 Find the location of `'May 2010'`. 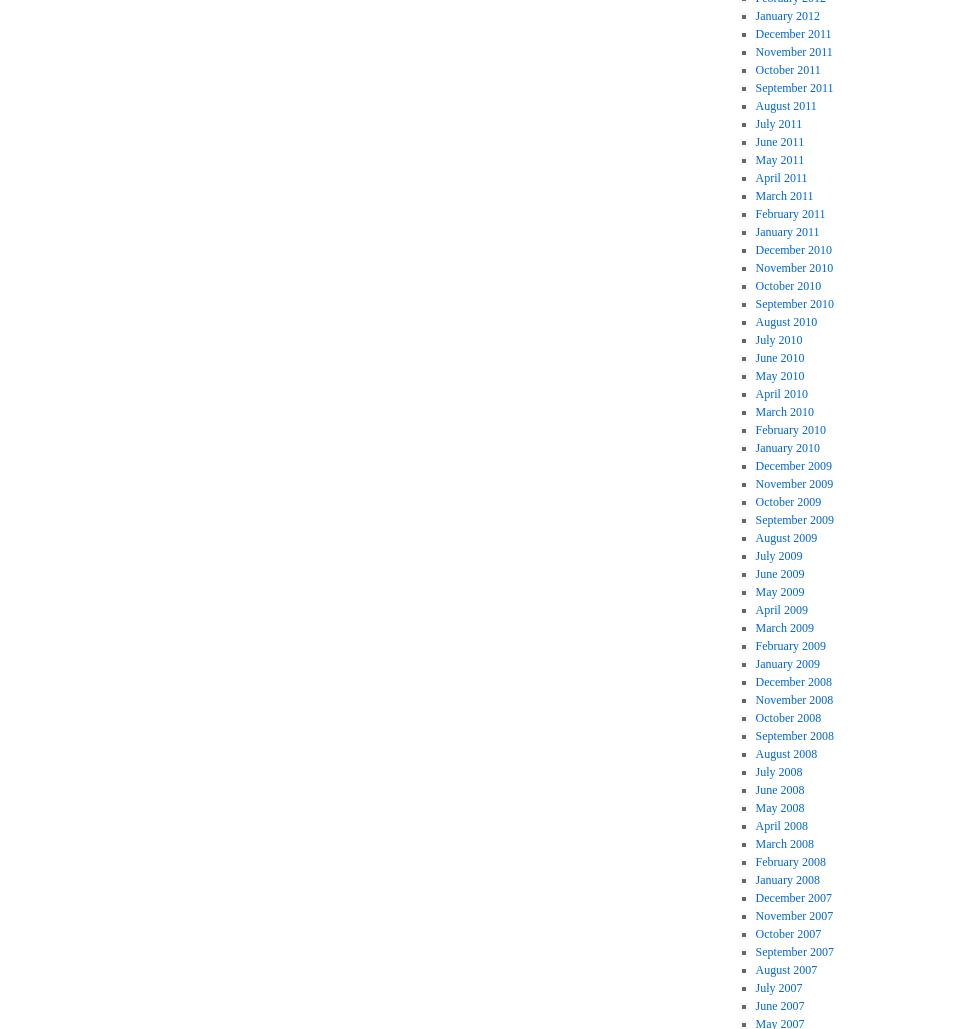

'May 2010' is located at coordinates (754, 374).